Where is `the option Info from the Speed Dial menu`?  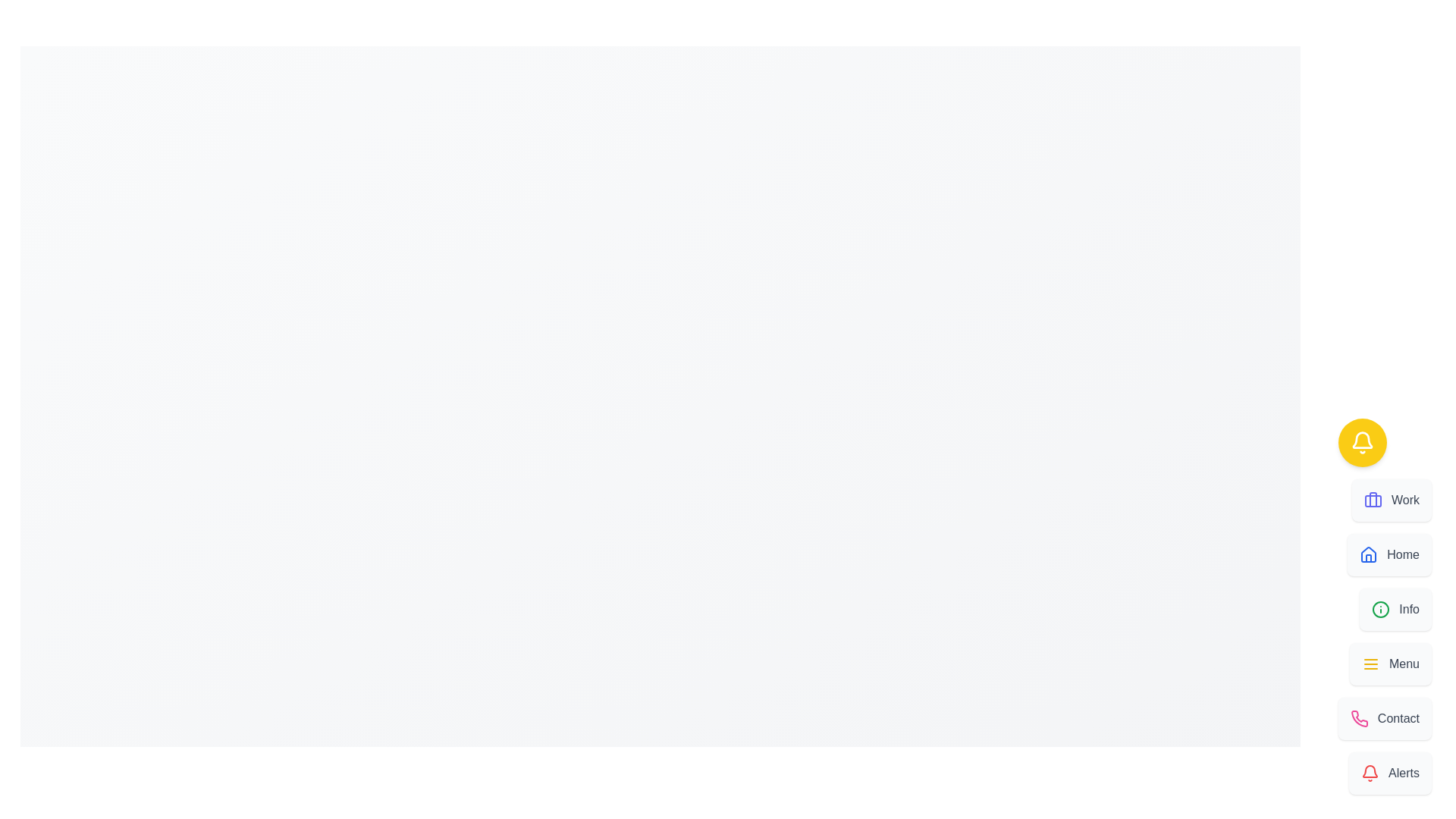
the option Info from the Speed Dial menu is located at coordinates (1395, 608).